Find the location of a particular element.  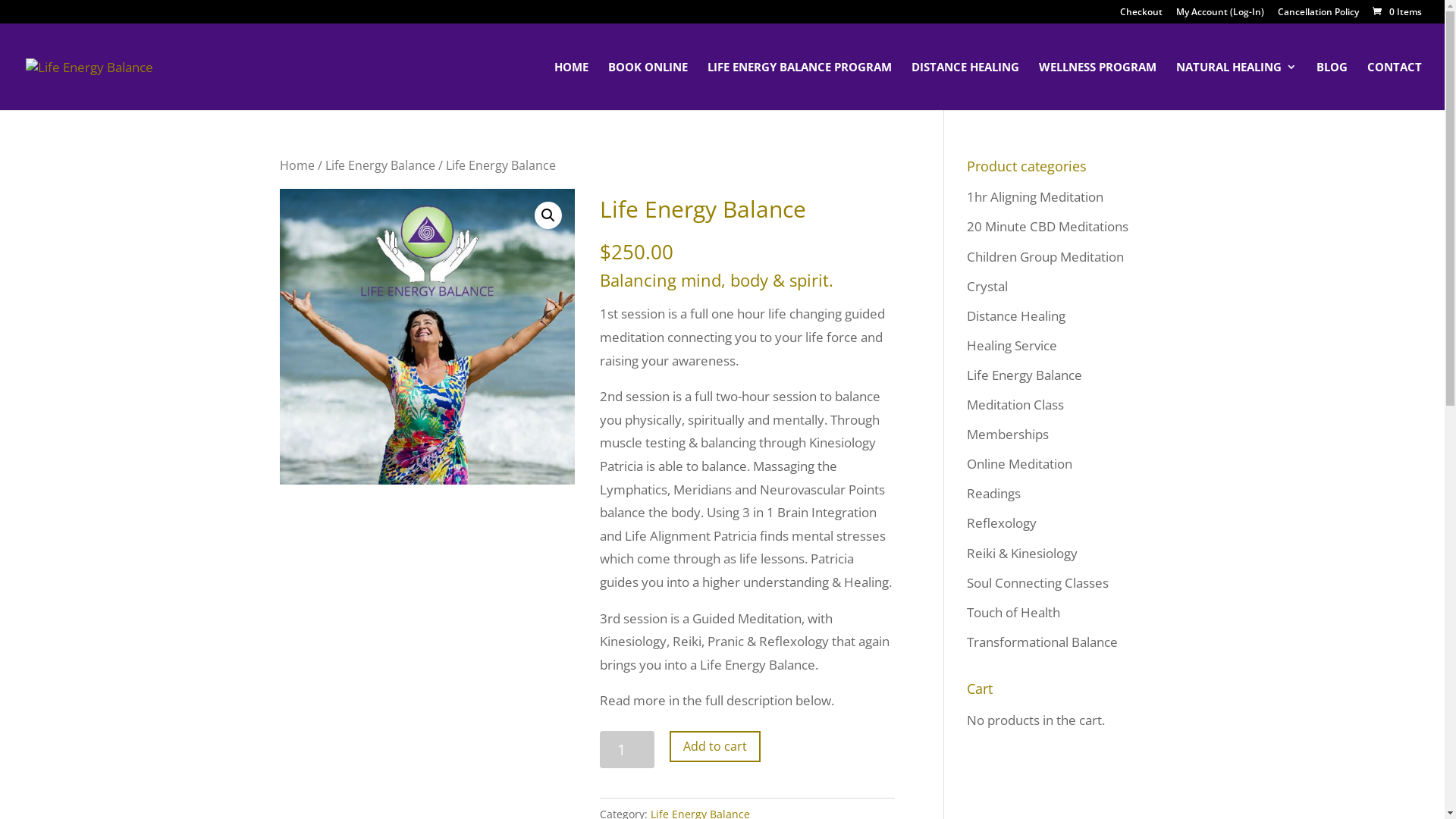

'Children Group Meditation' is located at coordinates (1043, 256).